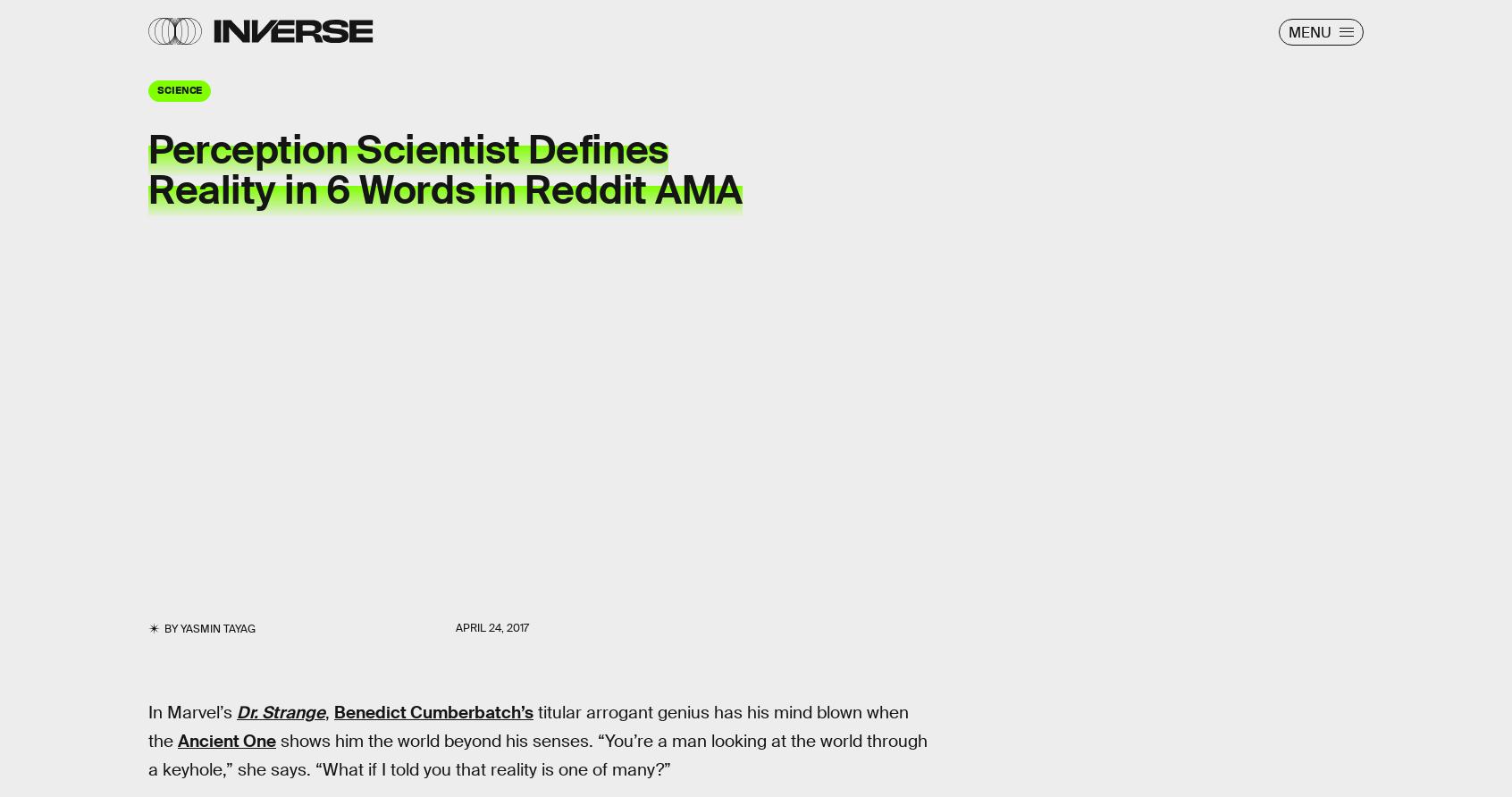 The width and height of the screenshot is (1512, 797). What do you see at coordinates (1308, 31) in the screenshot?
I see `'Menu'` at bounding box center [1308, 31].